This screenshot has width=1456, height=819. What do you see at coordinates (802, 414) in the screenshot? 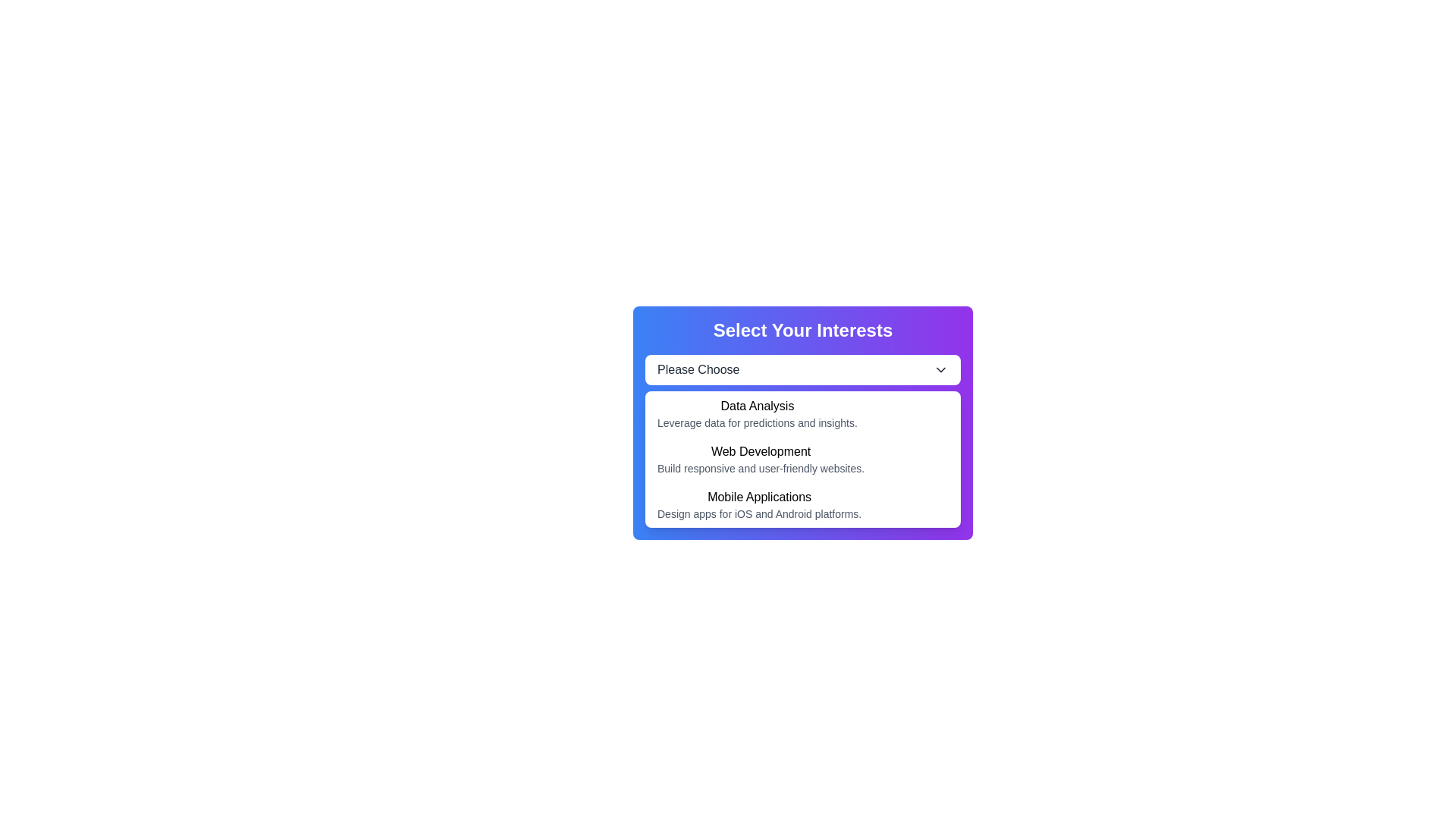
I see `the first selectable option in the dropdown list titled 'Select Your Interests' to trigger its hover state` at bounding box center [802, 414].